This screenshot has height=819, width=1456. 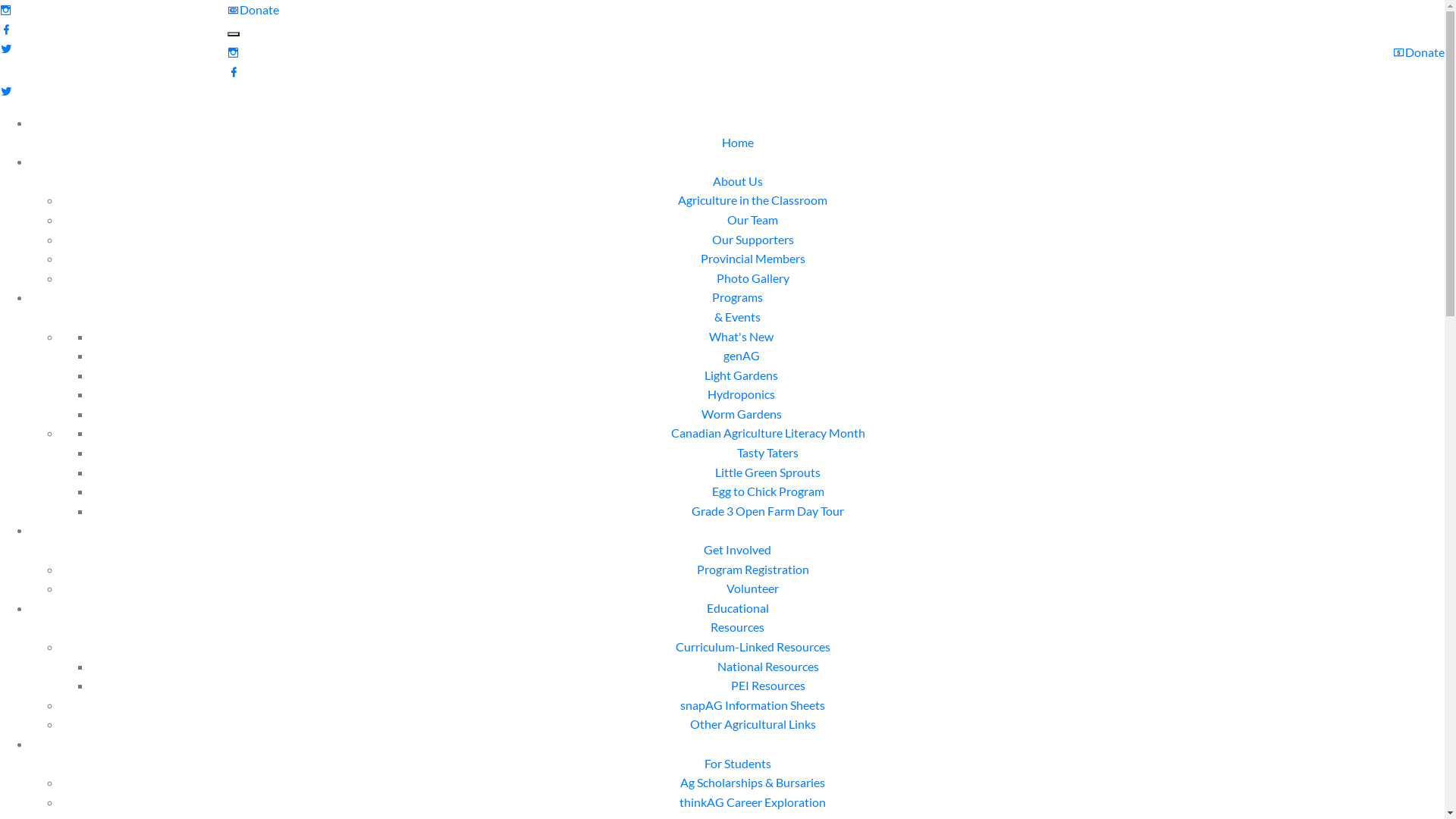 What do you see at coordinates (742, 355) in the screenshot?
I see `'genAG'` at bounding box center [742, 355].